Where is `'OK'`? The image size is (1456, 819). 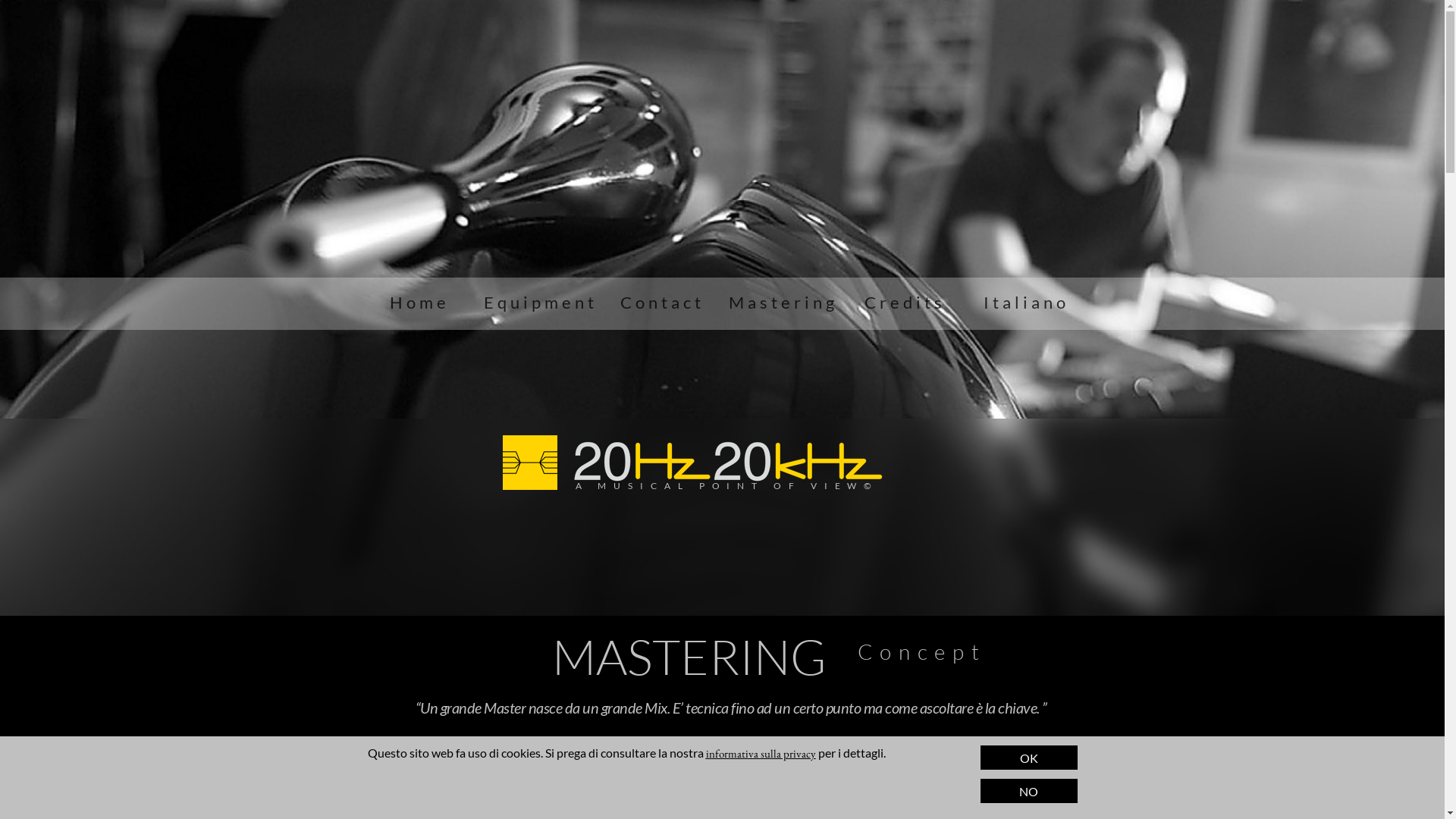
'OK' is located at coordinates (979, 758).